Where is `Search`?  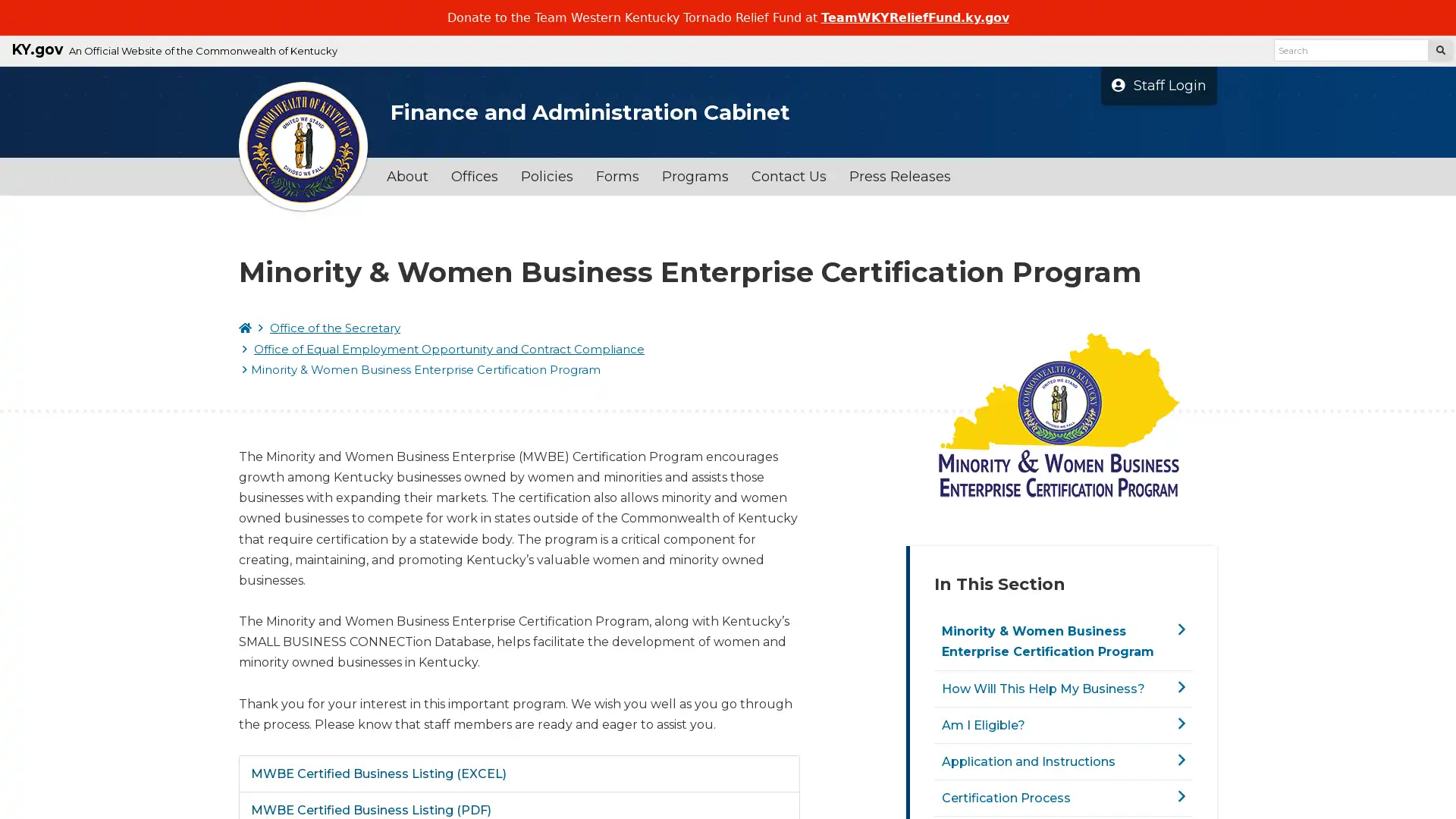 Search is located at coordinates (1439, 49).